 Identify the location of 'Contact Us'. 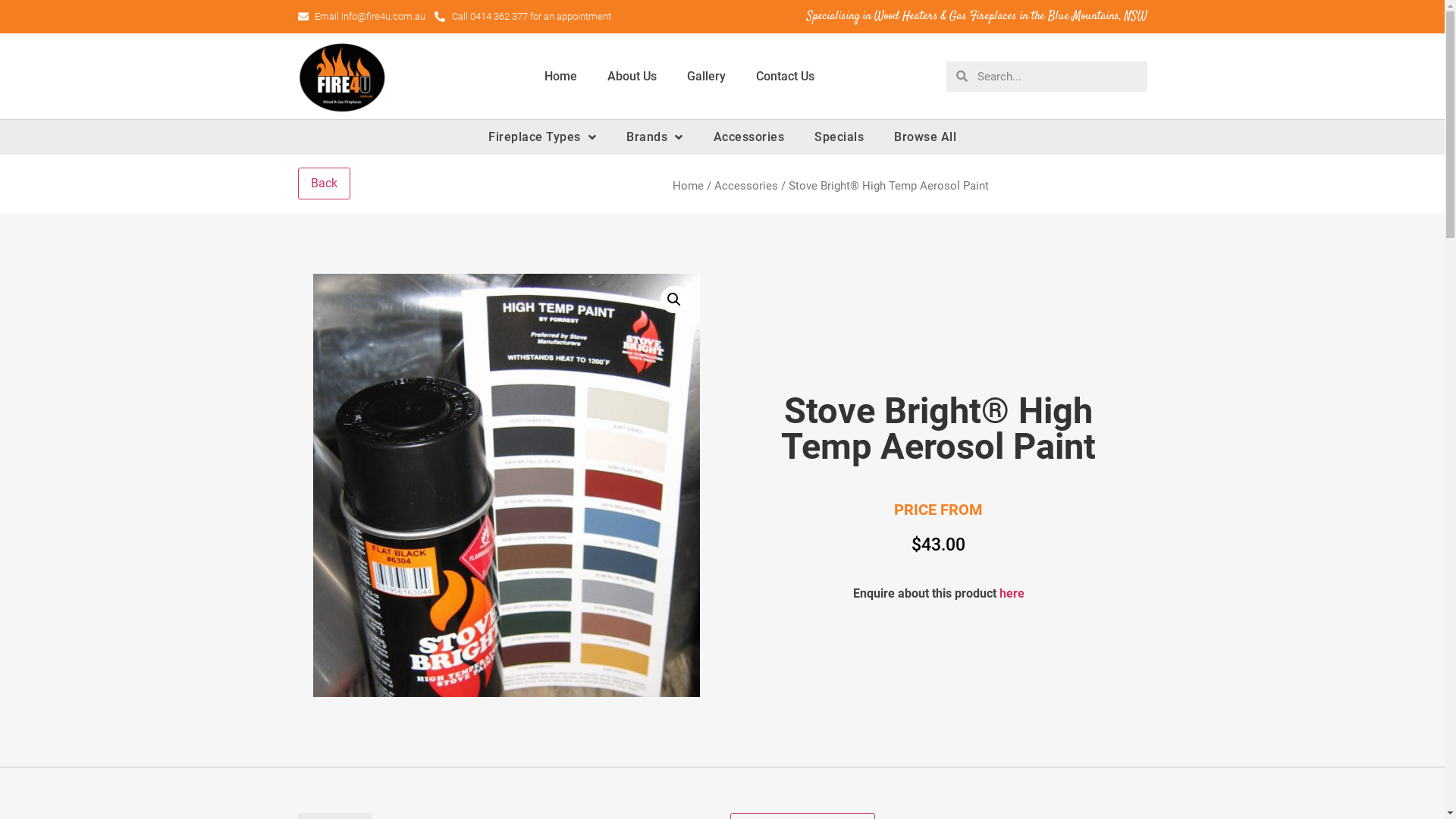
(739, 76).